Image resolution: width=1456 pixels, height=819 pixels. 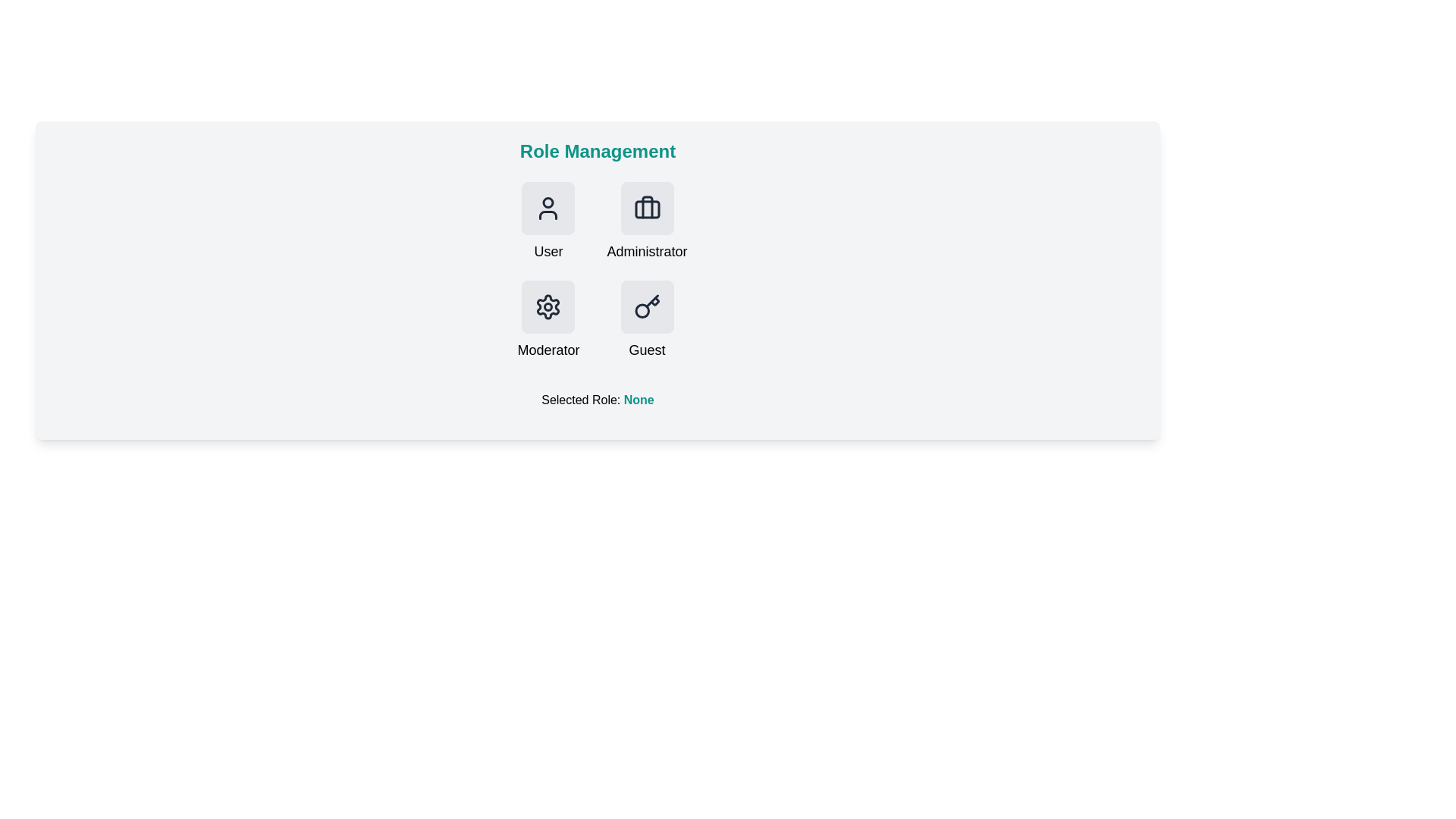 I want to click on static text label that displays 'None', styled with a bold font and teal color, located to the right of the prompt 'Selected Role:' at the center-bottom of the interface, so click(x=639, y=399).